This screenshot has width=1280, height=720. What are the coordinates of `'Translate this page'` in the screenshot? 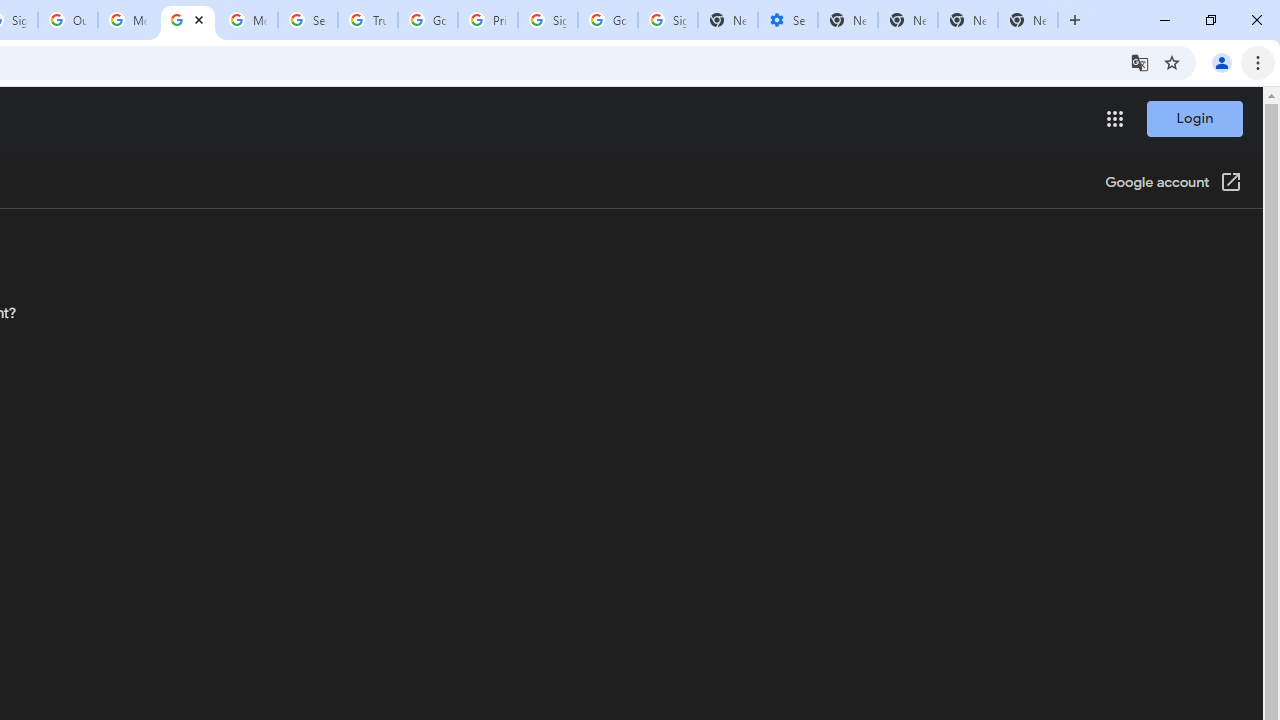 It's located at (1139, 61).